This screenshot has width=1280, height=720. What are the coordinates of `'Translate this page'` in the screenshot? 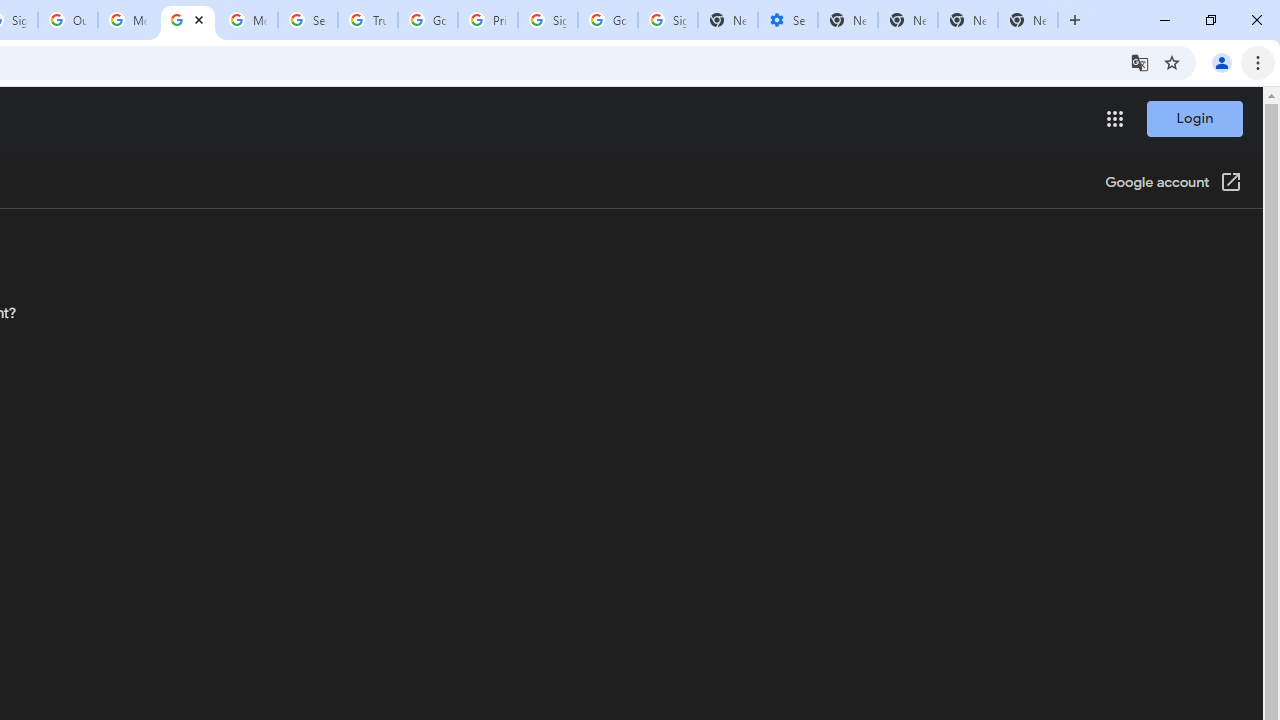 It's located at (1139, 61).